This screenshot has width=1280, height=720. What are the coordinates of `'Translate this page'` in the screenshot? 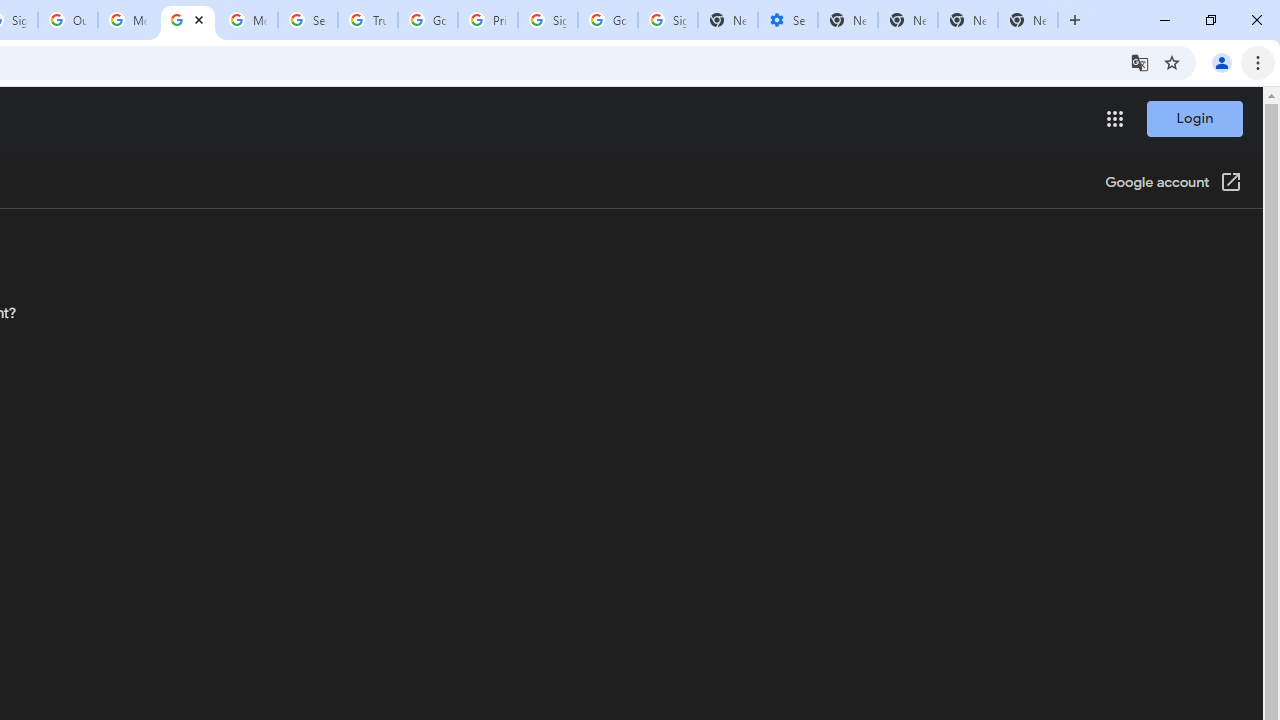 It's located at (1139, 61).